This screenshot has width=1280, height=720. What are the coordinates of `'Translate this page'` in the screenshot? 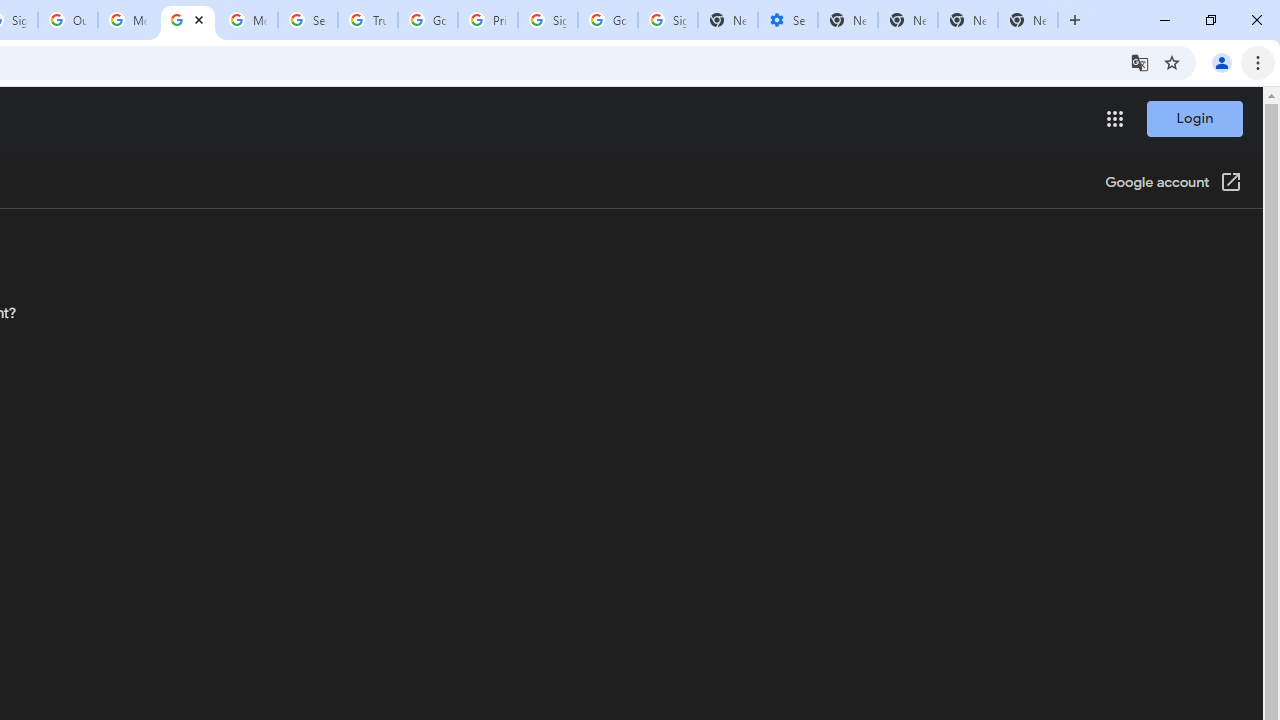 It's located at (1139, 61).